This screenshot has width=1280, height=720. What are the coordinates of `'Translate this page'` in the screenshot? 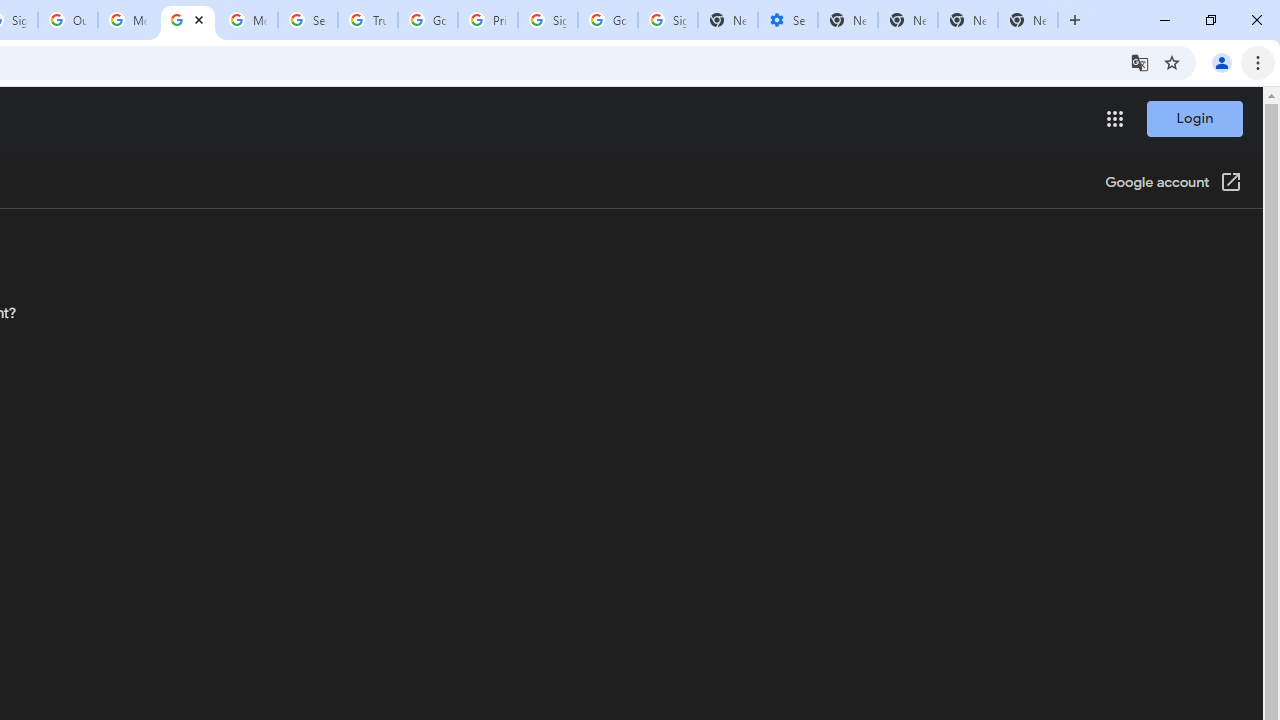 It's located at (1139, 61).